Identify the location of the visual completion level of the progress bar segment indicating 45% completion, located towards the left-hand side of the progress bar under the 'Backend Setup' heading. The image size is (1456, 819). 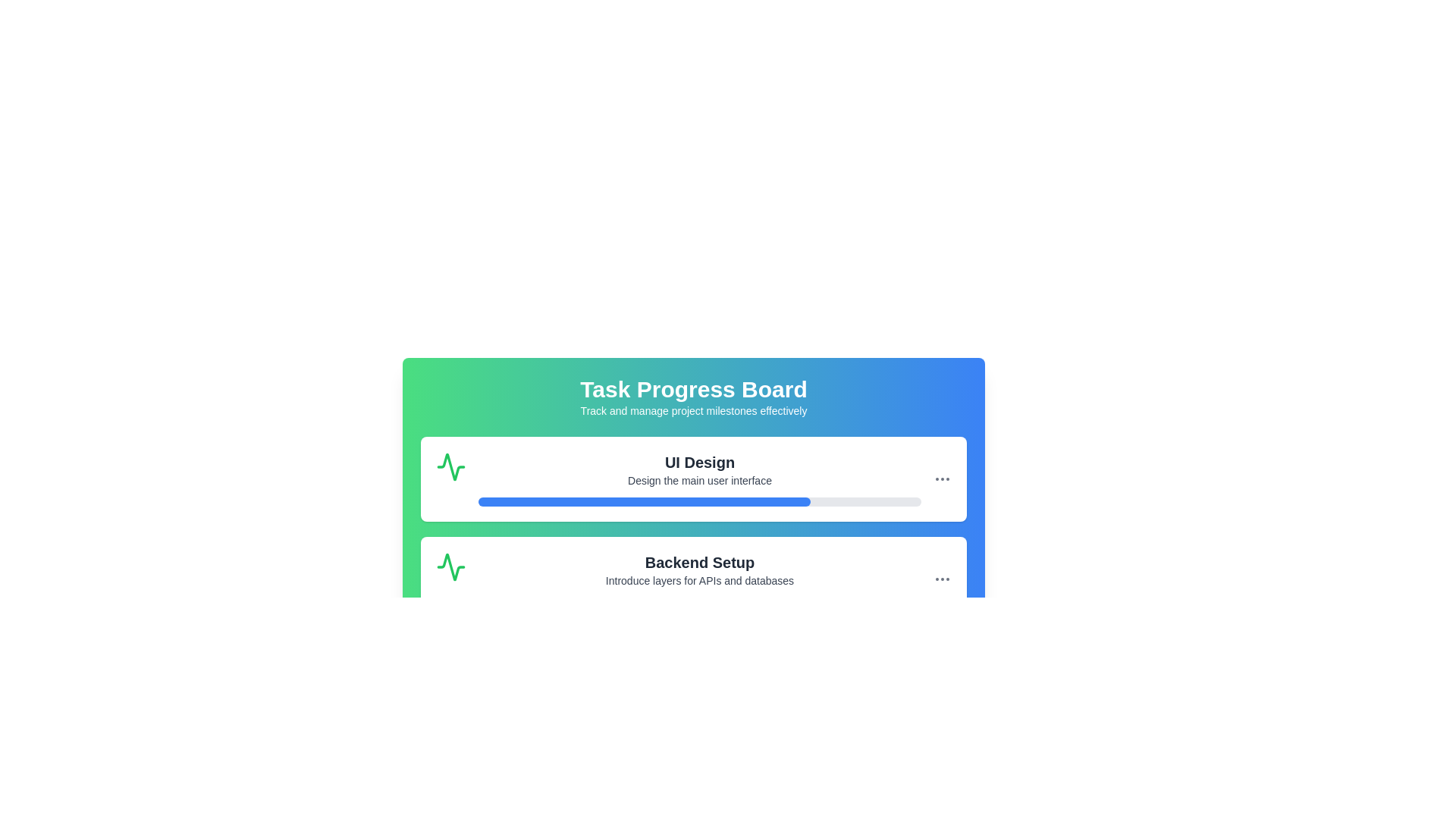
(577, 601).